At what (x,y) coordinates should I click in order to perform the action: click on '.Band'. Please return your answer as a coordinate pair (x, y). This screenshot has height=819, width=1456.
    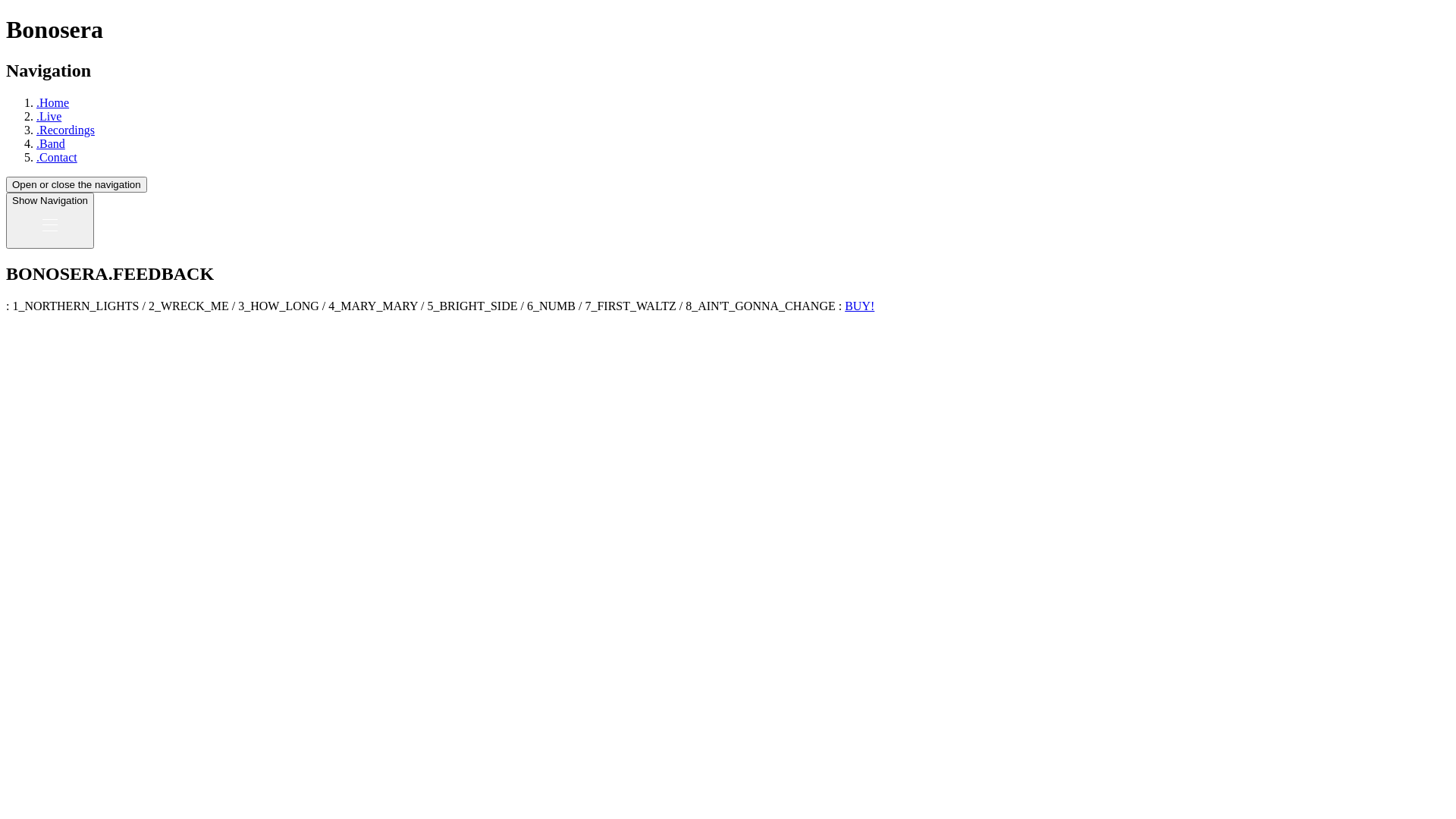
    Looking at the image, I should click on (51, 143).